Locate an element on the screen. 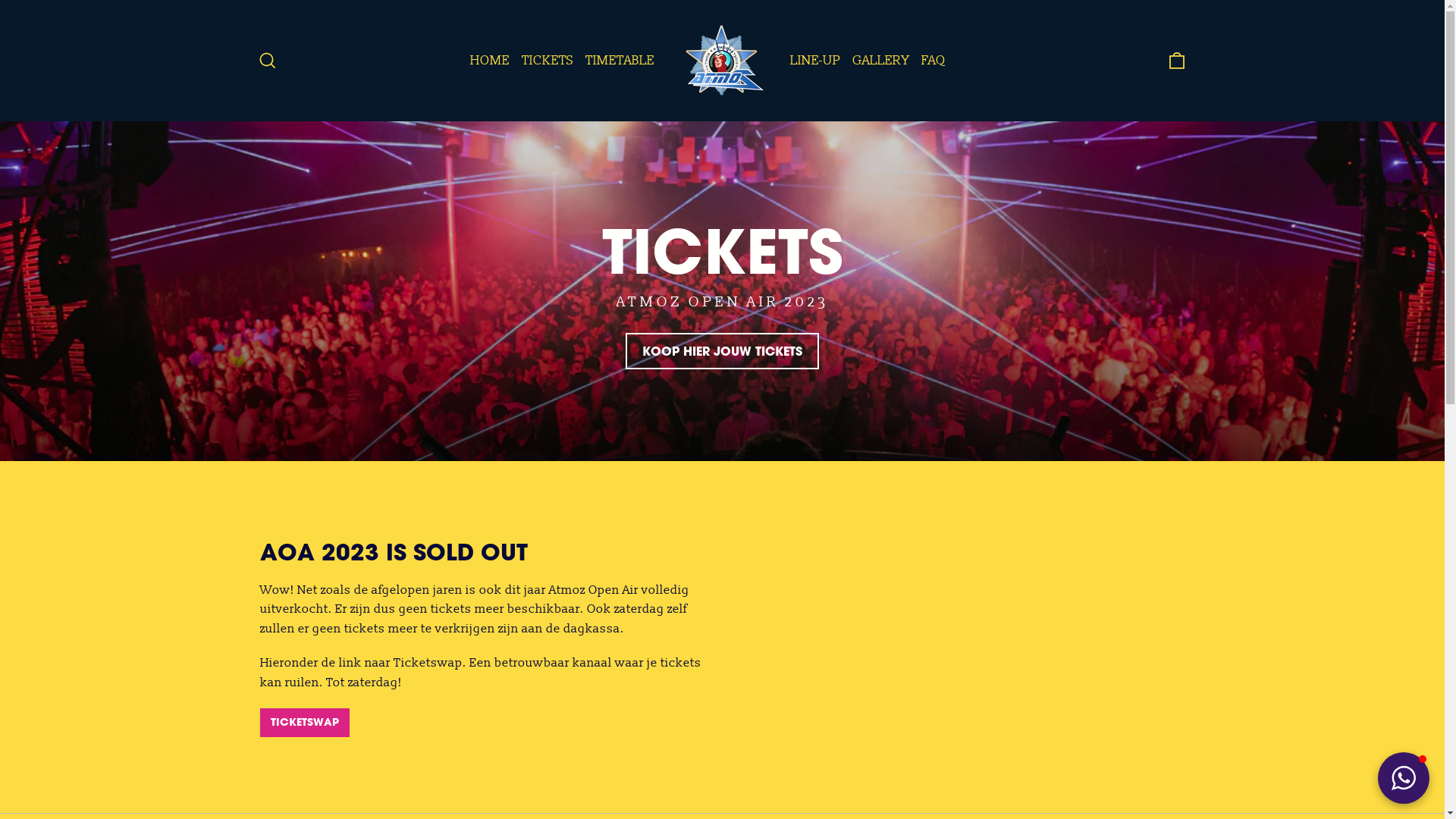 Image resolution: width=1456 pixels, height=819 pixels. 'FAQ' is located at coordinates (932, 59).